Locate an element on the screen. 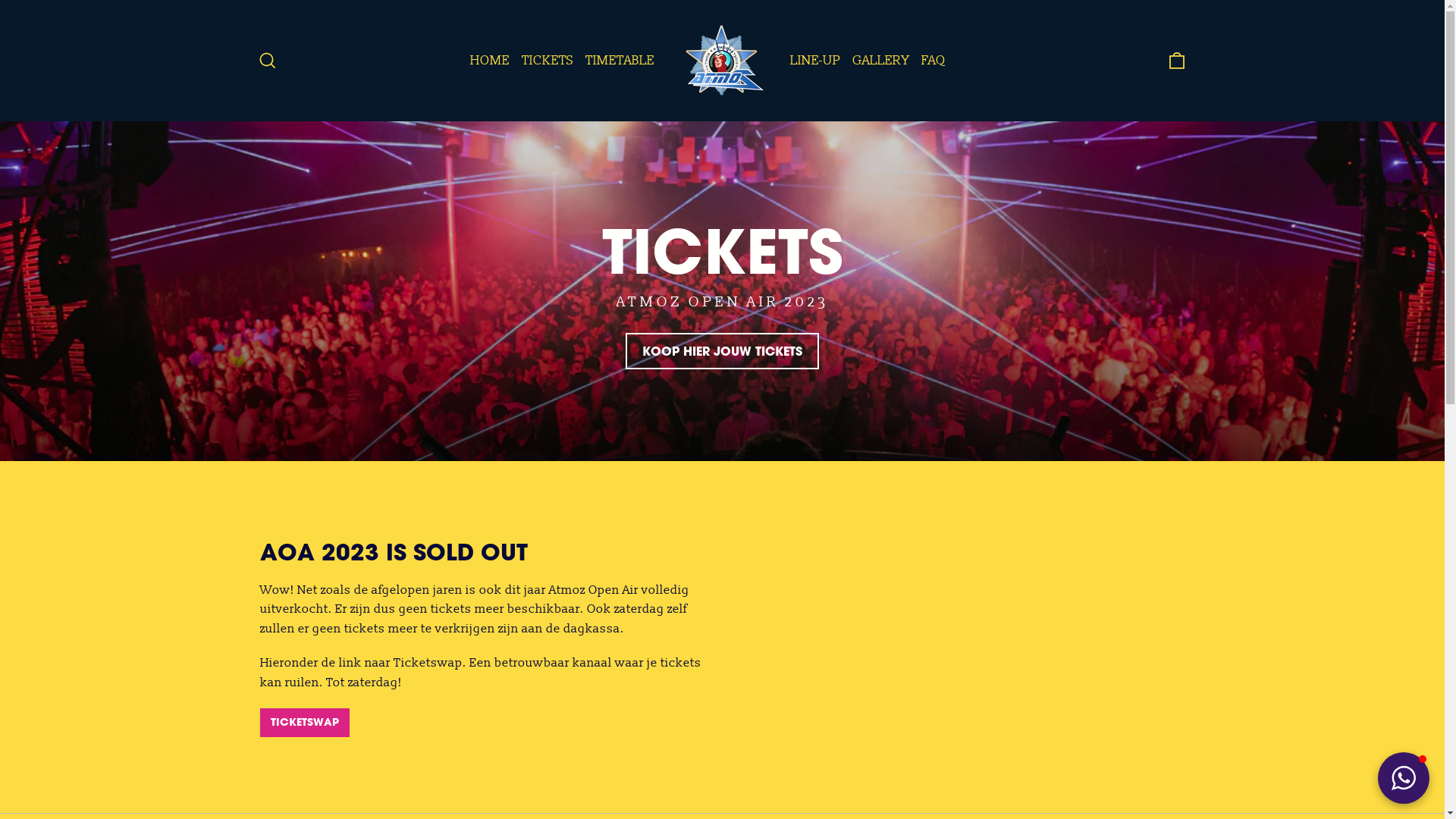 Image resolution: width=1456 pixels, height=819 pixels. 'FAQ' is located at coordinates (932, 59).